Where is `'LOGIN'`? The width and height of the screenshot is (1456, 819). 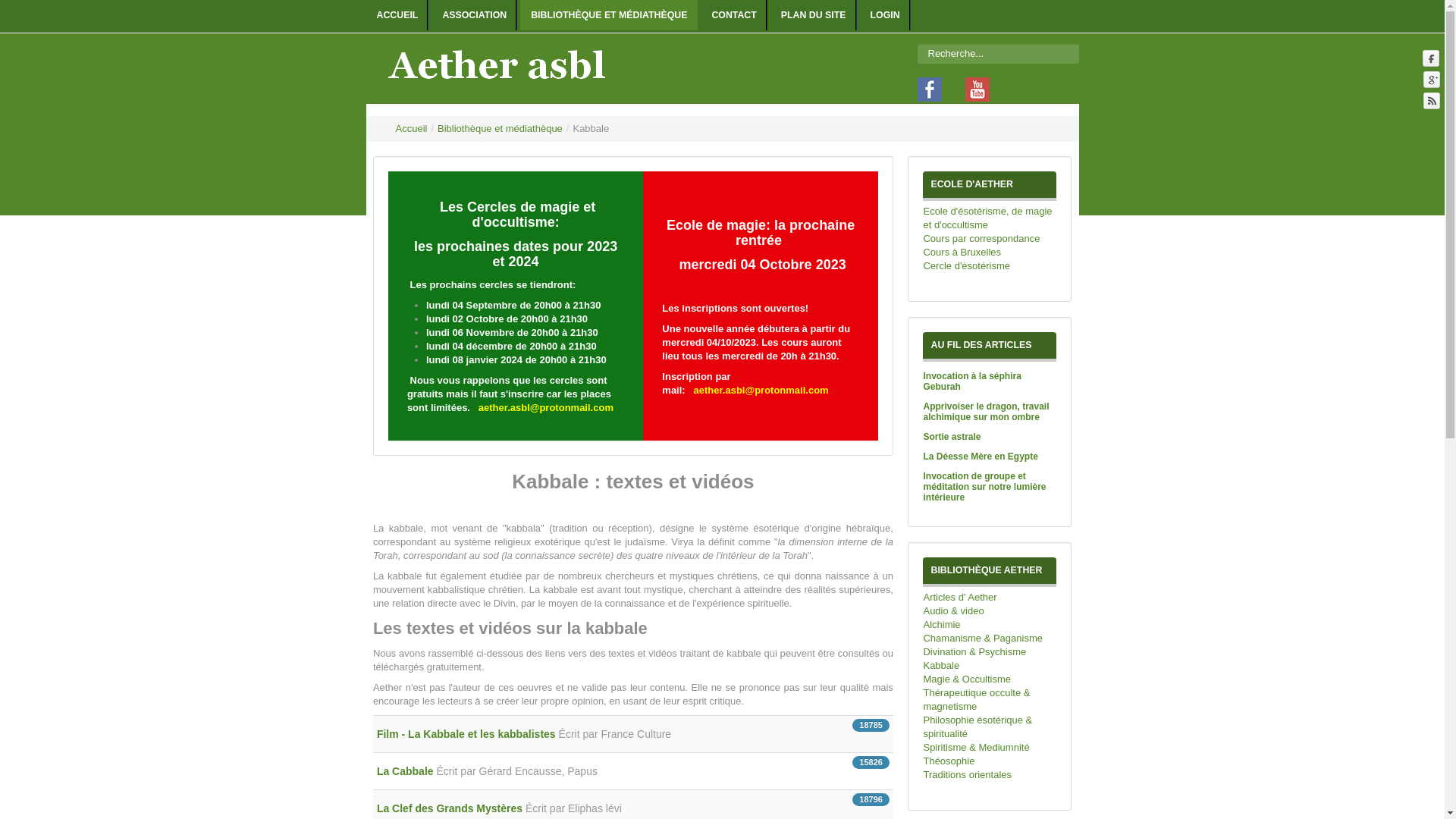 'LOGIN' is located at coordinates (885, 14).